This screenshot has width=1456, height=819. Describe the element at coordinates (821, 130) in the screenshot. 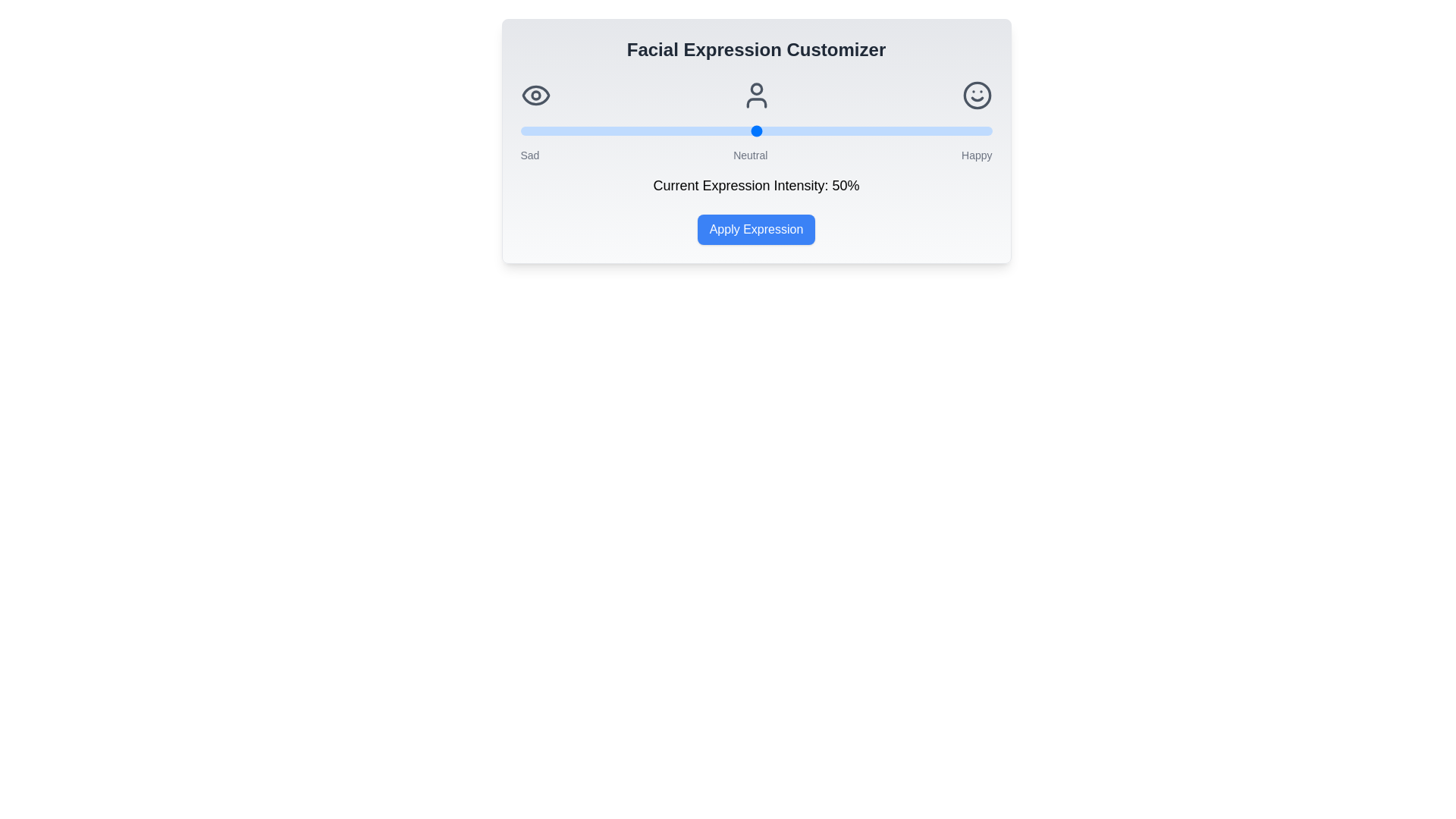

I see `the intensity slider to set the facial expression intensity to 64%` at that location.